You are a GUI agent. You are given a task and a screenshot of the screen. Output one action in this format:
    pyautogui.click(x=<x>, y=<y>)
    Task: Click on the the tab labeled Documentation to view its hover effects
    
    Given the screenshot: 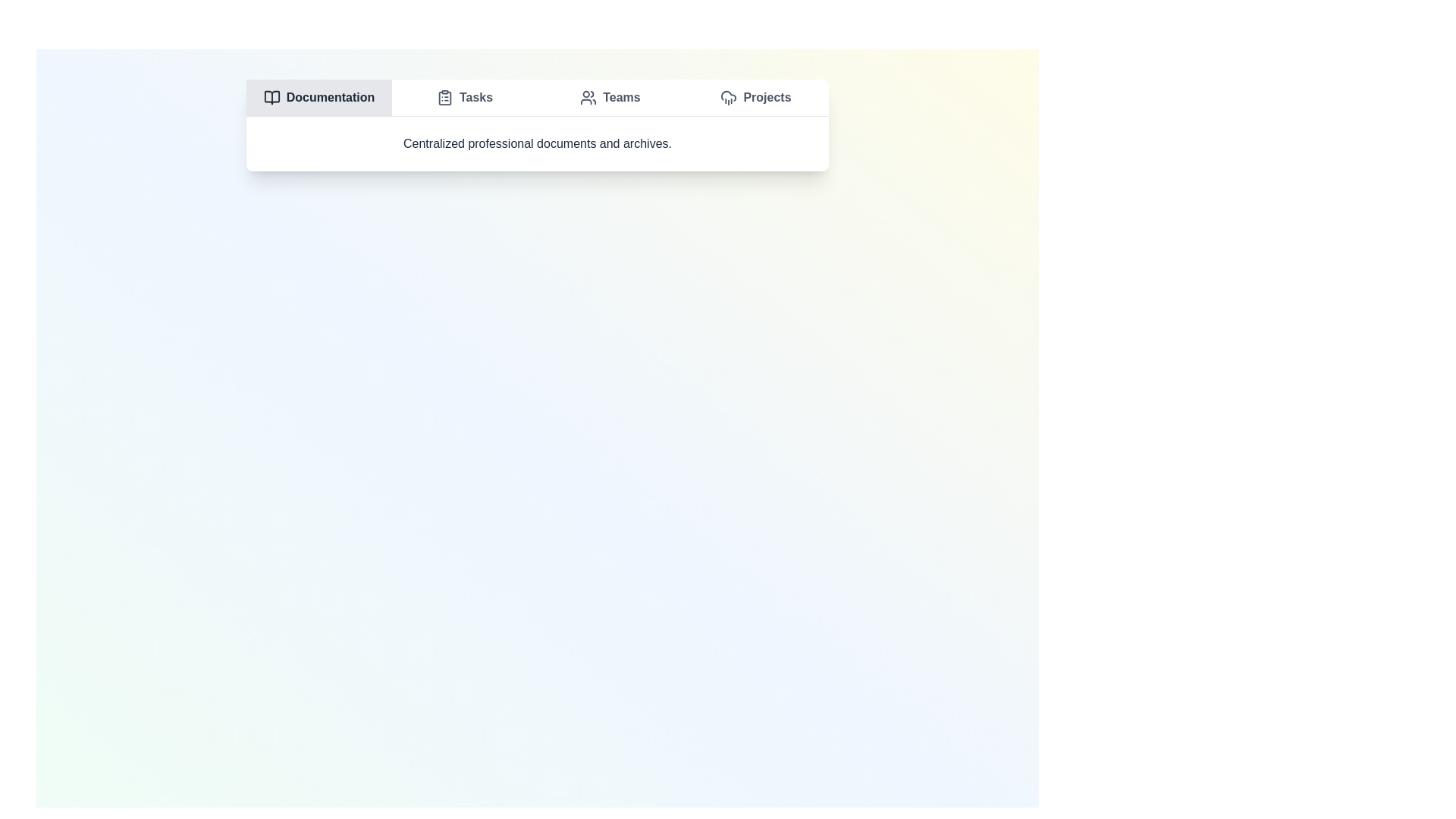 What is the action you would take?
    pyautogui.click(x=318, y=97)
    